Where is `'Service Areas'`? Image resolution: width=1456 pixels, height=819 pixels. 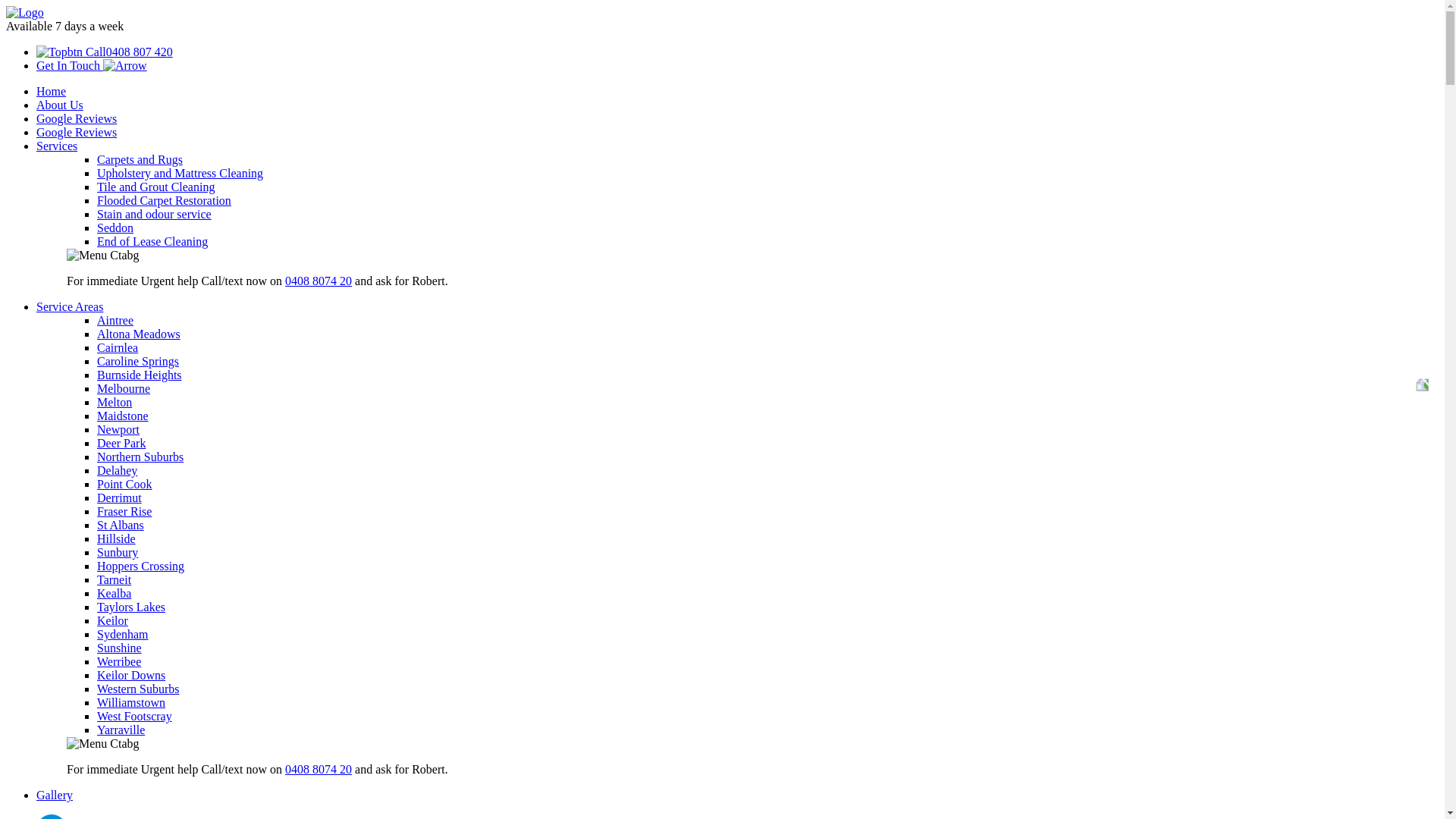
'Service Areas' is located at coordinates (68, 306).